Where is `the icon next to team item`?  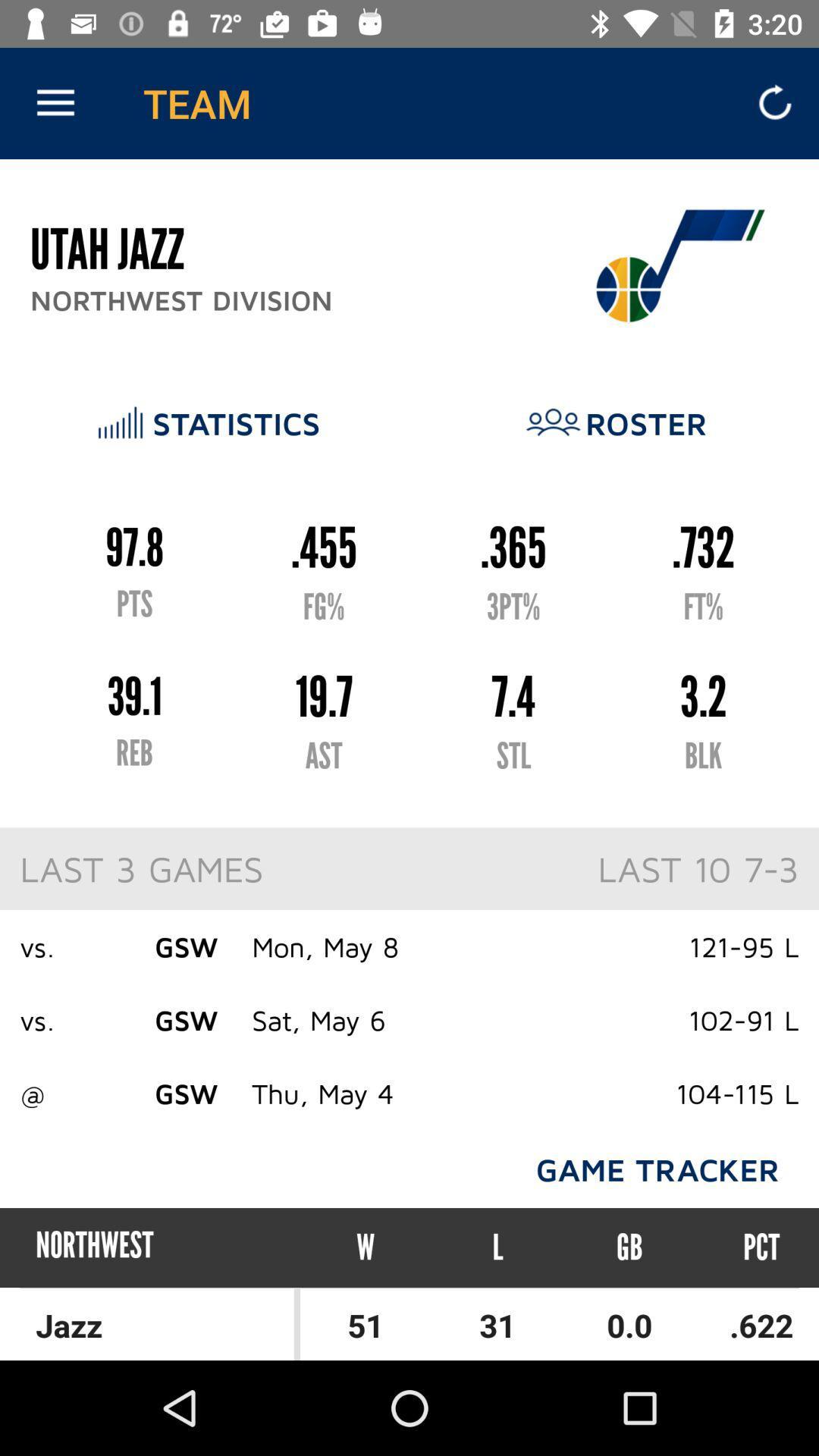 the icon next to team item is located at coordinates (55, 102).